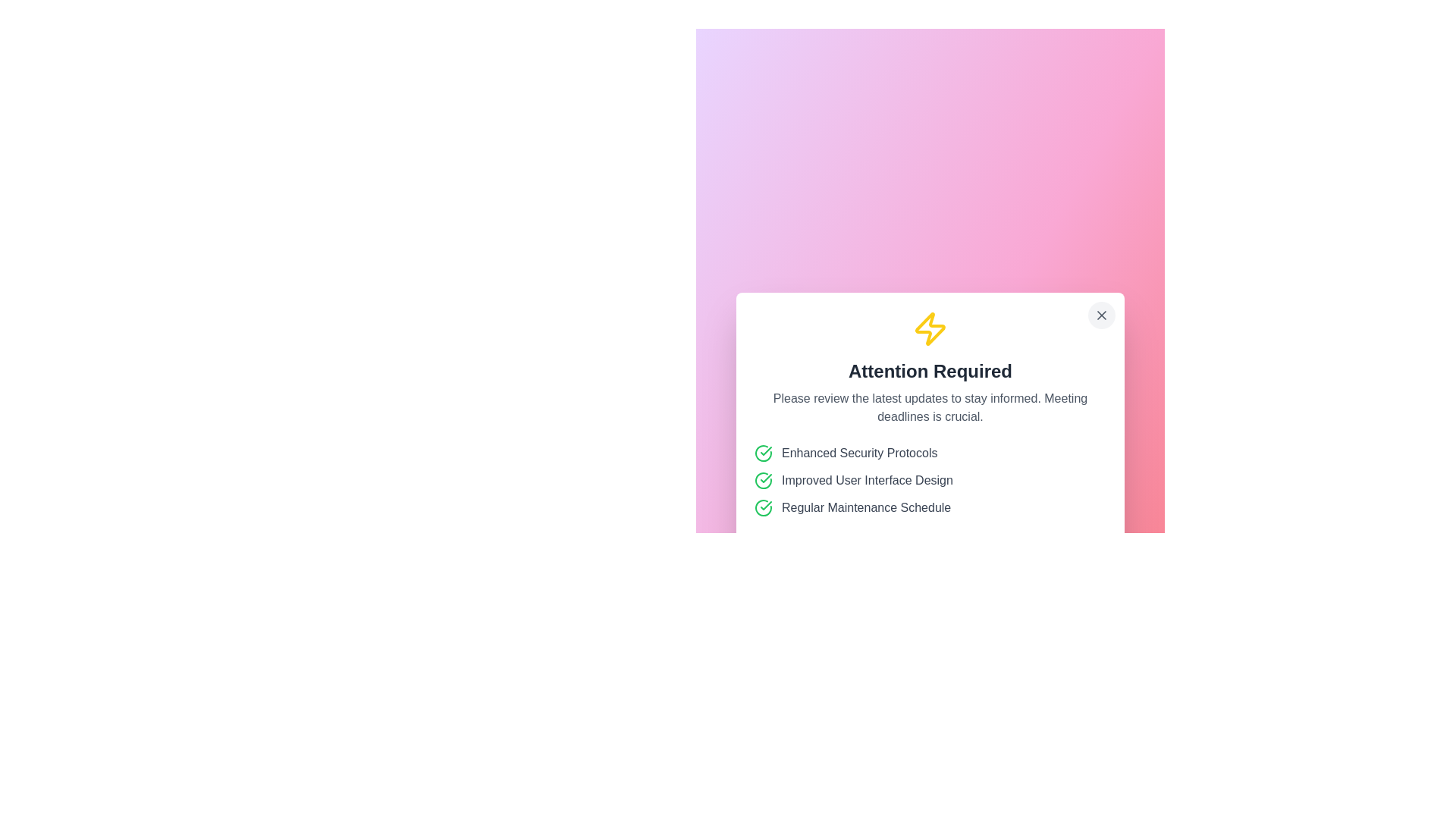 This screenshot has width=1456, height=819. What do you see at coordinates (1102, 315) in the screenshot?
I see `the Close/Cancel Icon located in the top-right corner of the modal window through tab navigation` at bounding box center [1102, 315].